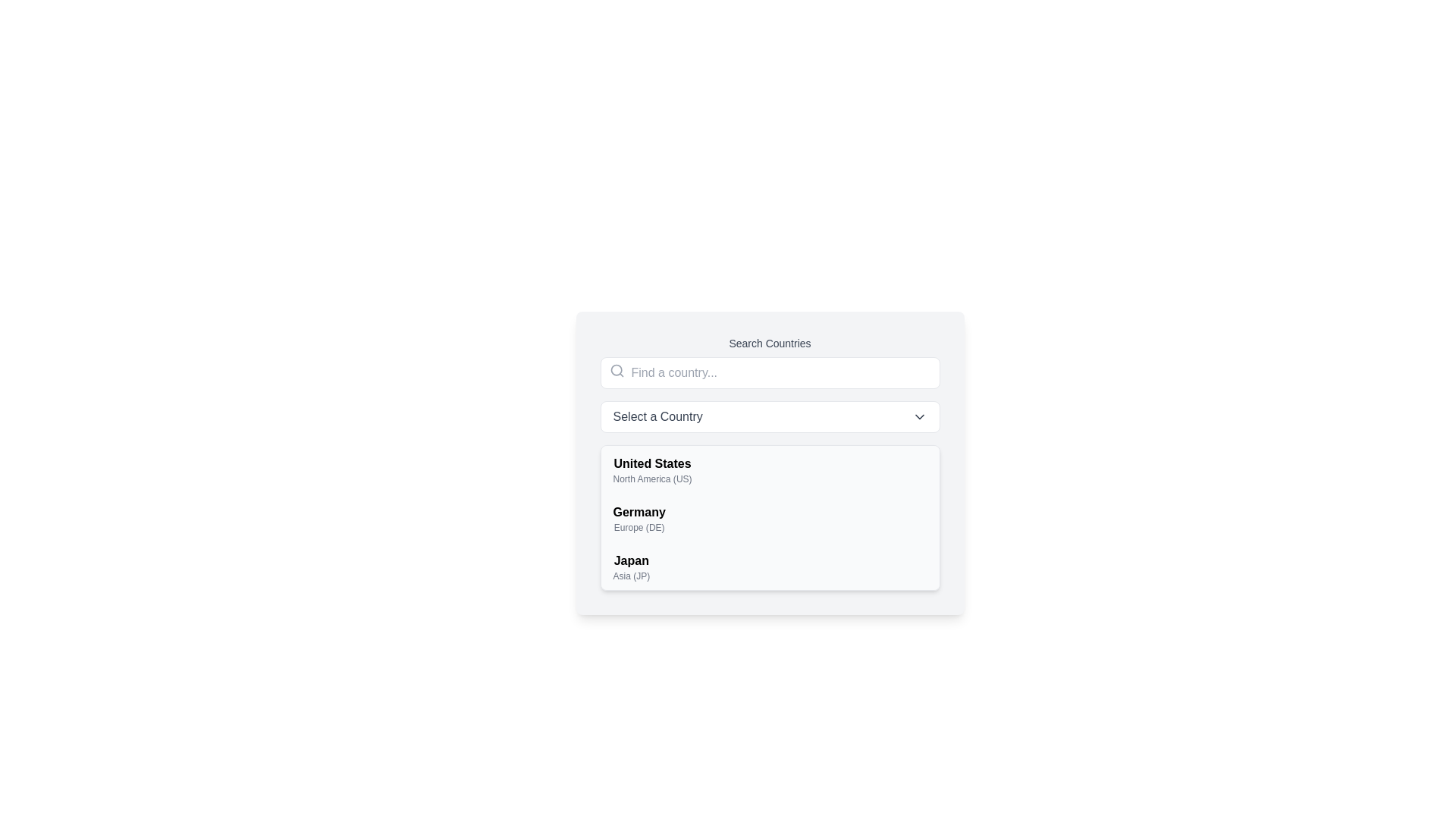 This screenshot has width=1456, height=819. What do you see at coordinates (631, 576) in the screenshot?
I see `the small light gray text element displaying 'Asia (JP)', located directly below the bold 'Japan' label in the country list` at bounding box center [631, 576].